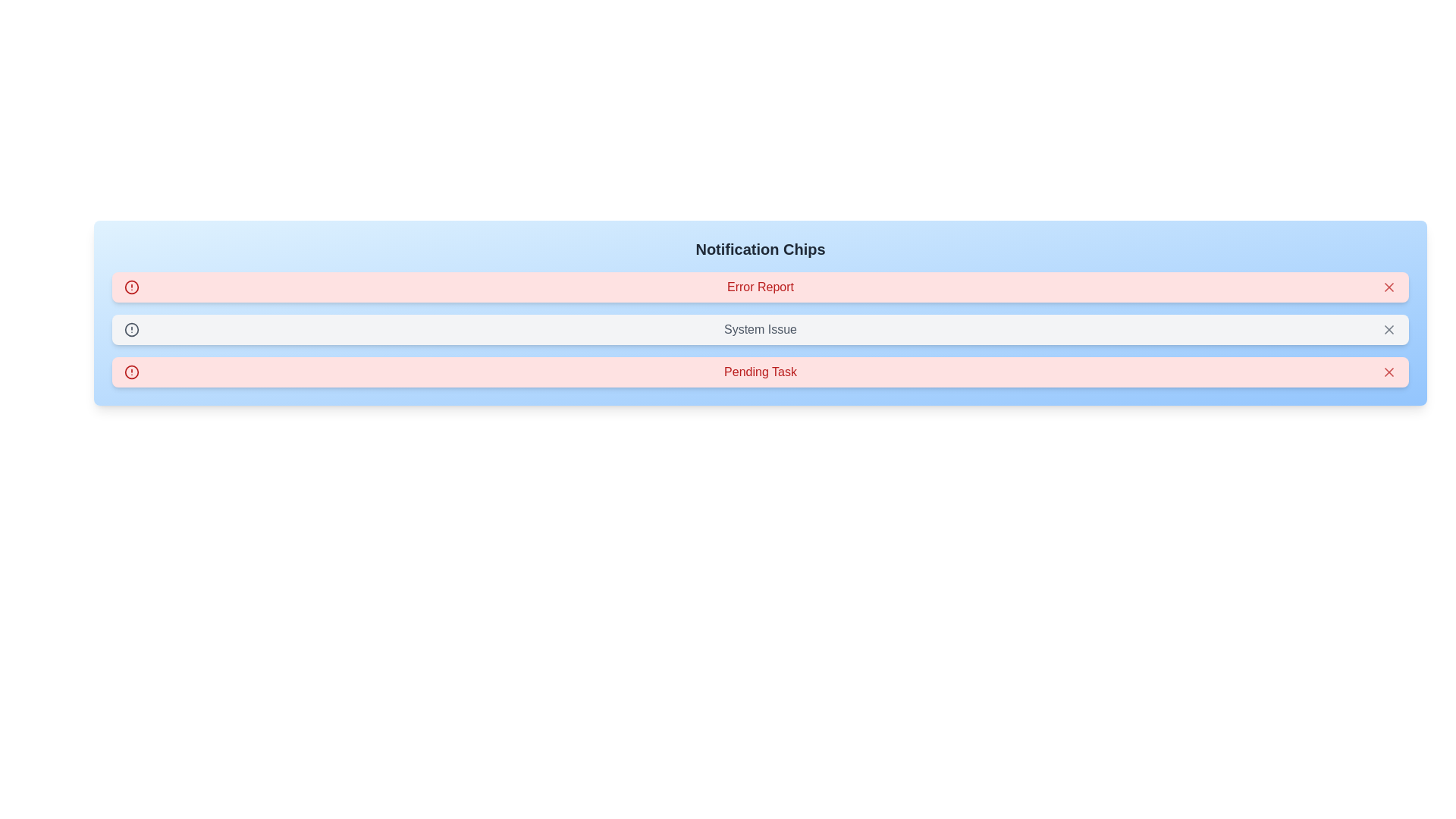  Describe the element at coordinates (1389, 287) in the screenshot. I see `the close button of the chip labeled Error Report` at that location.